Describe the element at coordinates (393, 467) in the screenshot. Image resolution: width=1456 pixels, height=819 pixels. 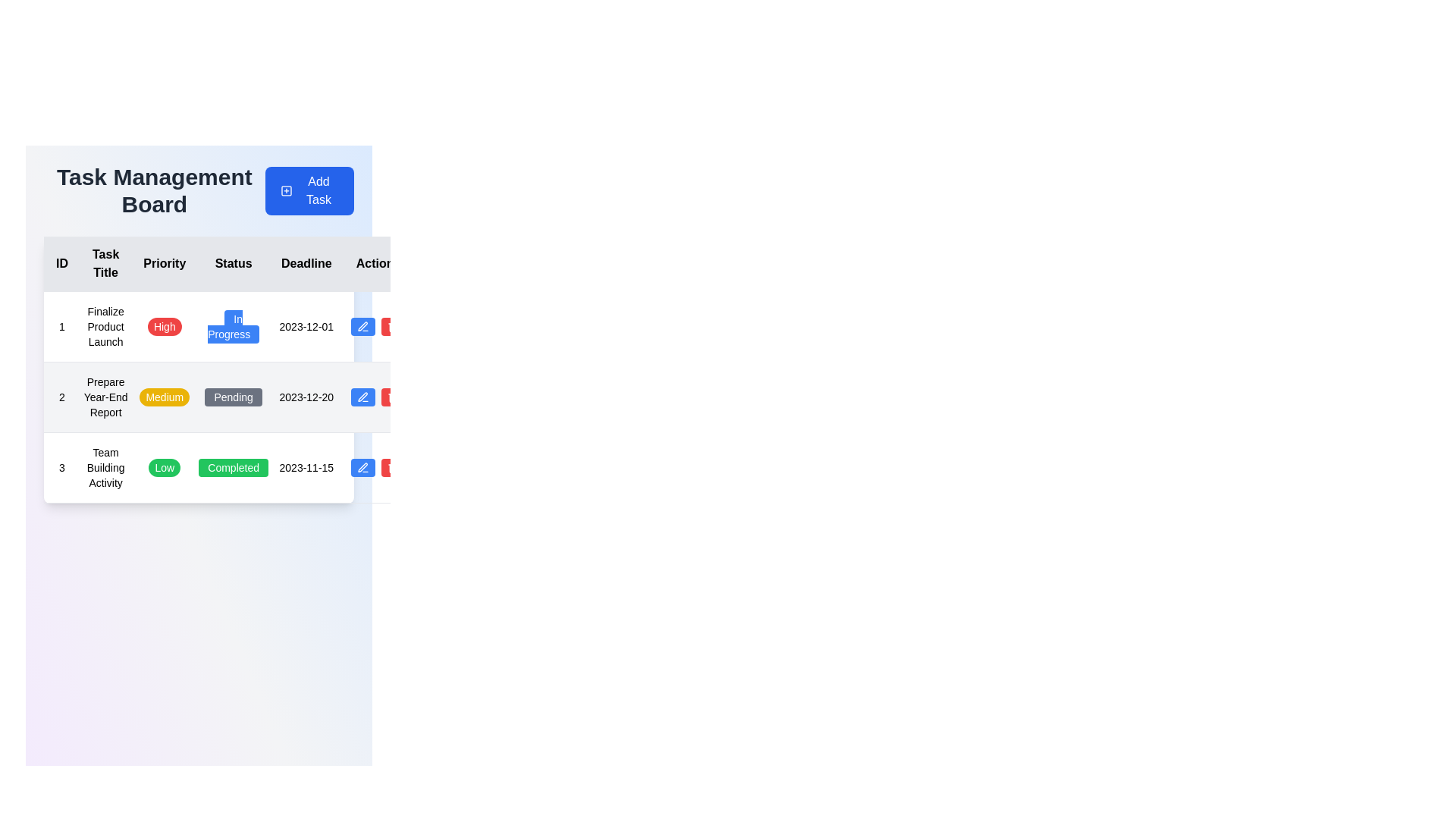
I see `the delete button located in the 'Actions' column of the third row in the task table` at that location.